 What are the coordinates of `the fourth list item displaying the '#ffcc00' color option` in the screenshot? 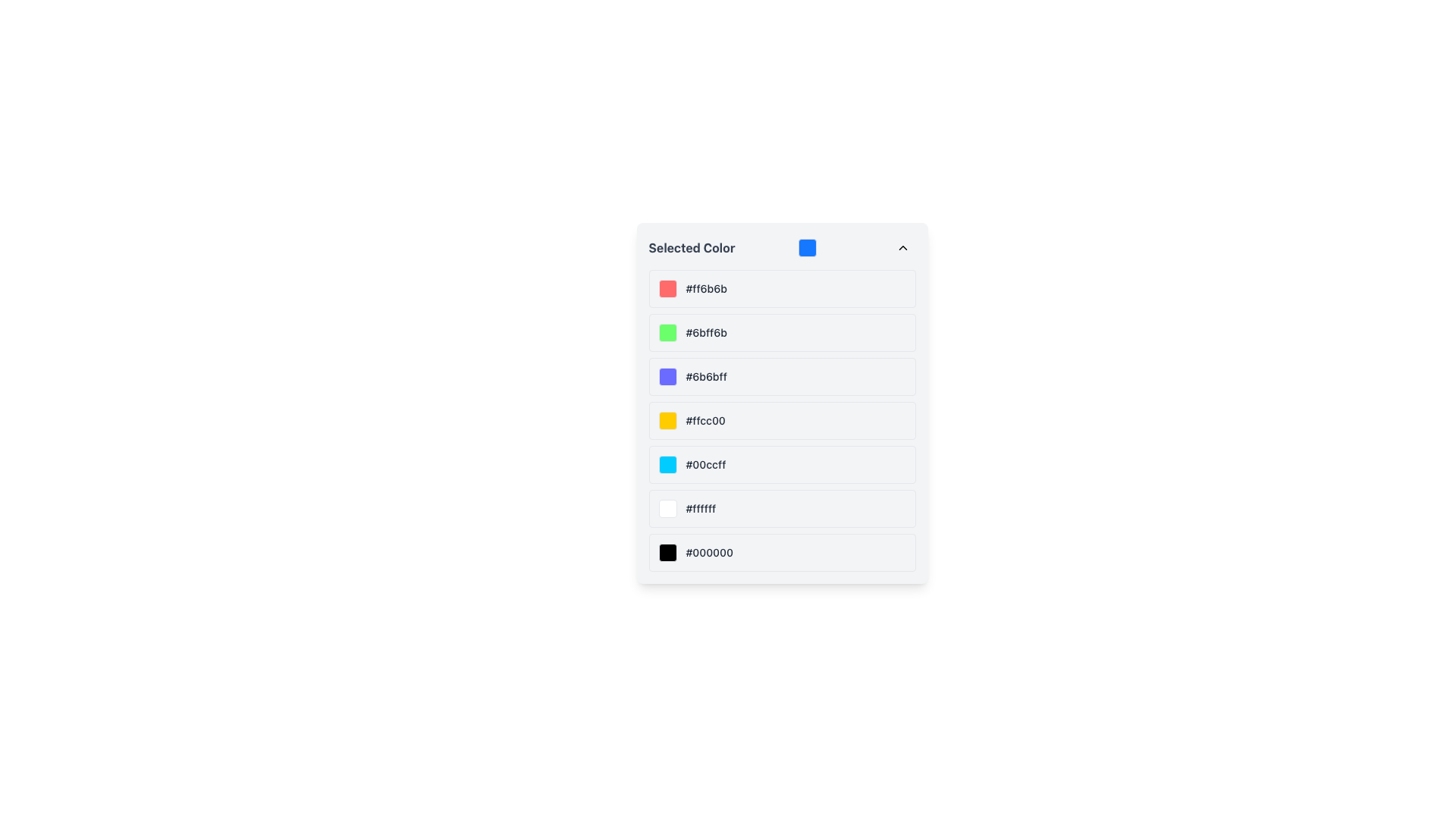 It's located at (782, 421).